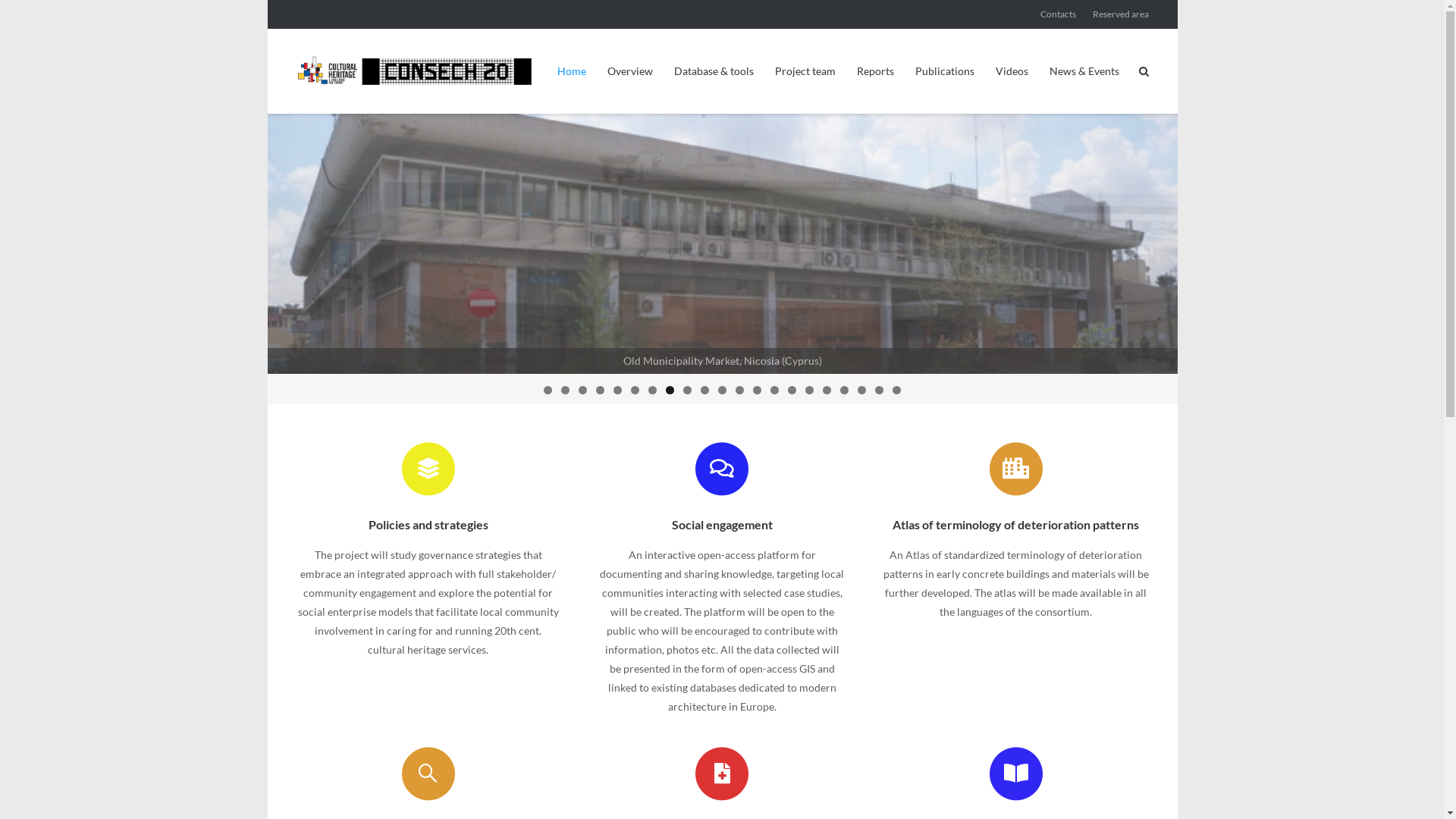 This screenshot has width=1456, height=819. What do you see at coordinates (673, 71) in the screenshot?
I see `'Database & tools'` at bounding box center [673, 71].